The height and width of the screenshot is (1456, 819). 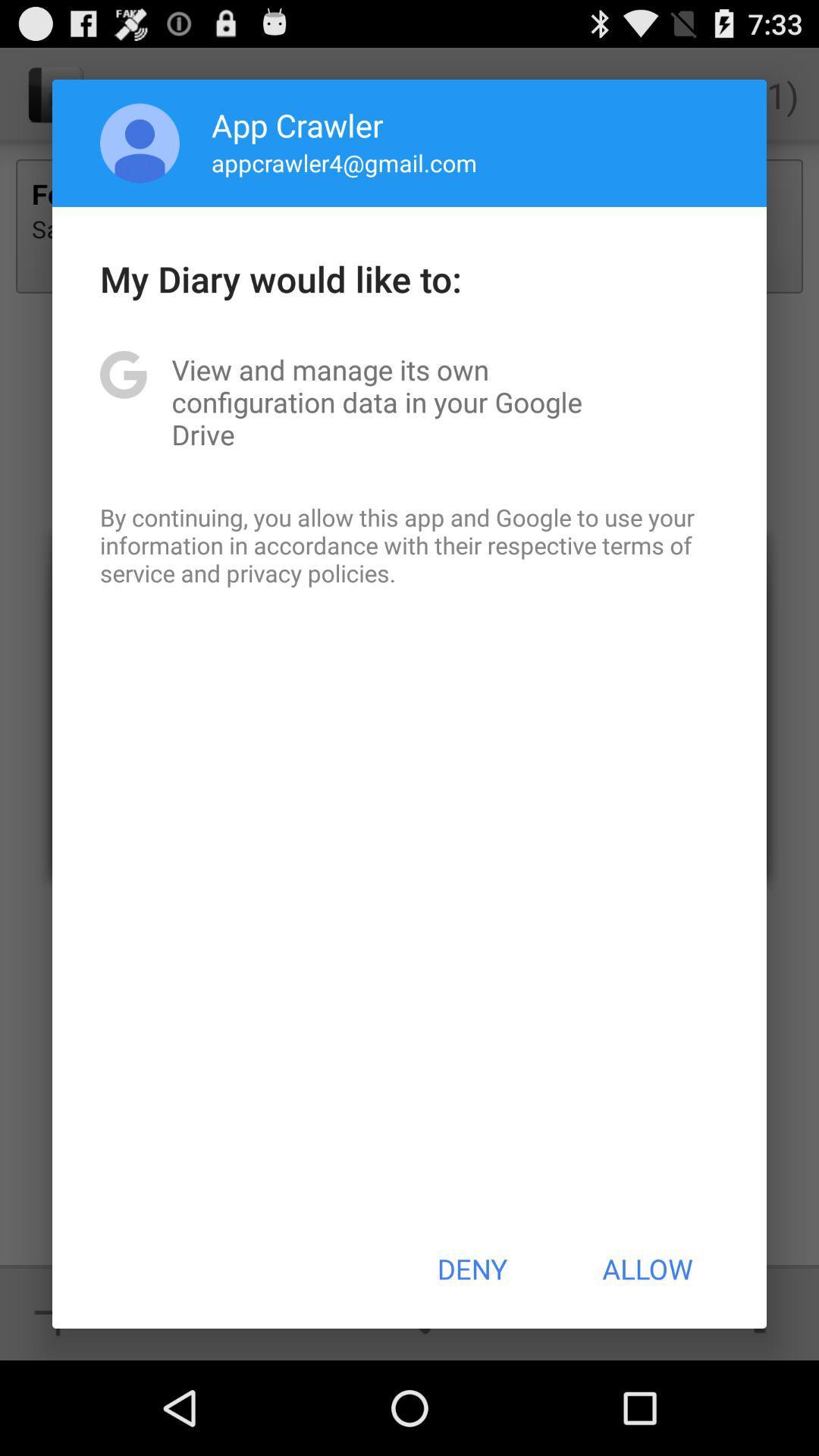 What do you see at coordinates (297, 124) in the screenshot?
I see `app crawler icon` at bounding box center [297, 124].